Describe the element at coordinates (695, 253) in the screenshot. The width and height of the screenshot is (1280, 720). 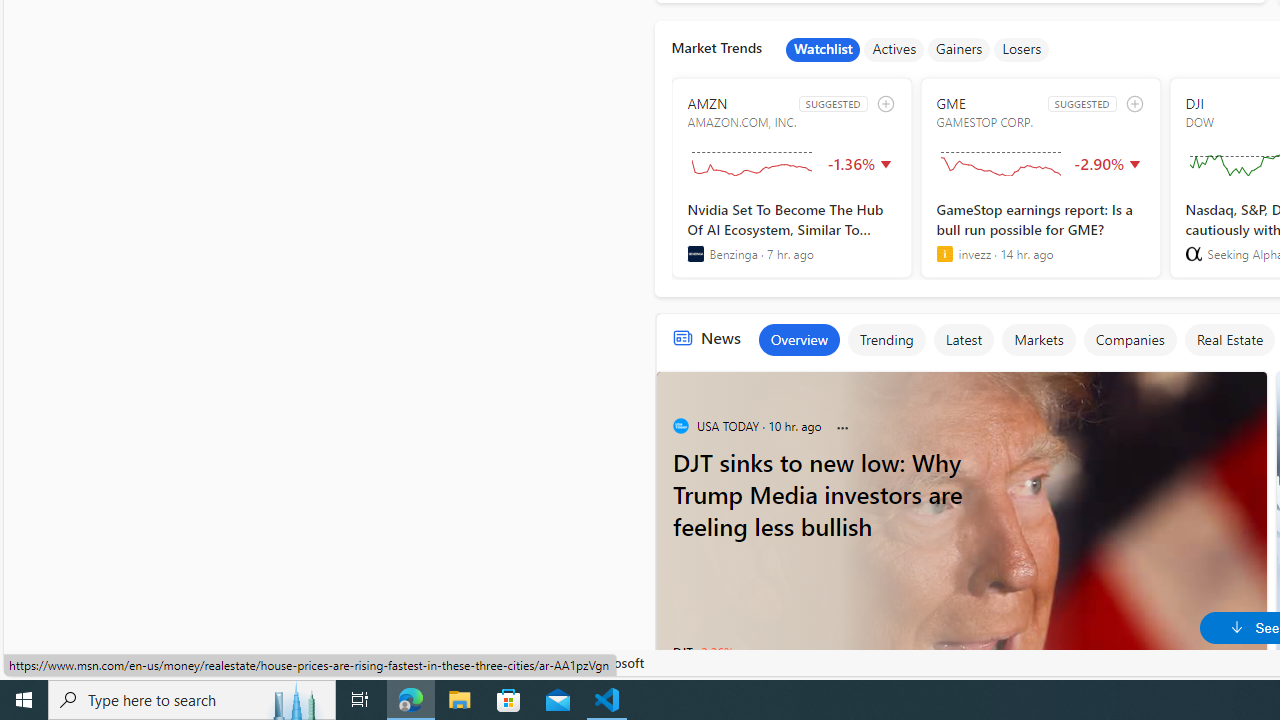
I see `'Benzinga'` at that location.